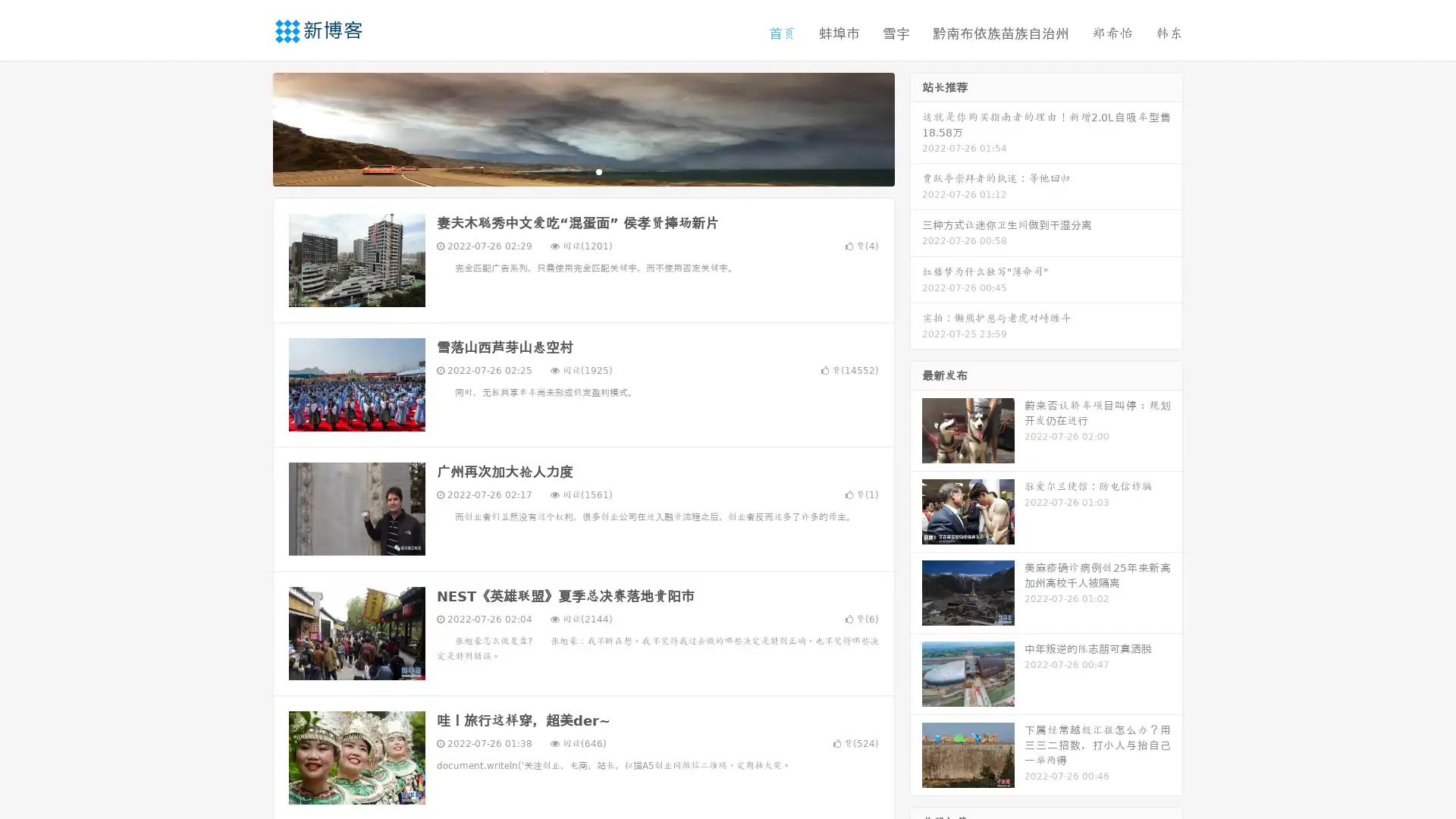  I want to click on Go to slide 3, so click(598, 171).